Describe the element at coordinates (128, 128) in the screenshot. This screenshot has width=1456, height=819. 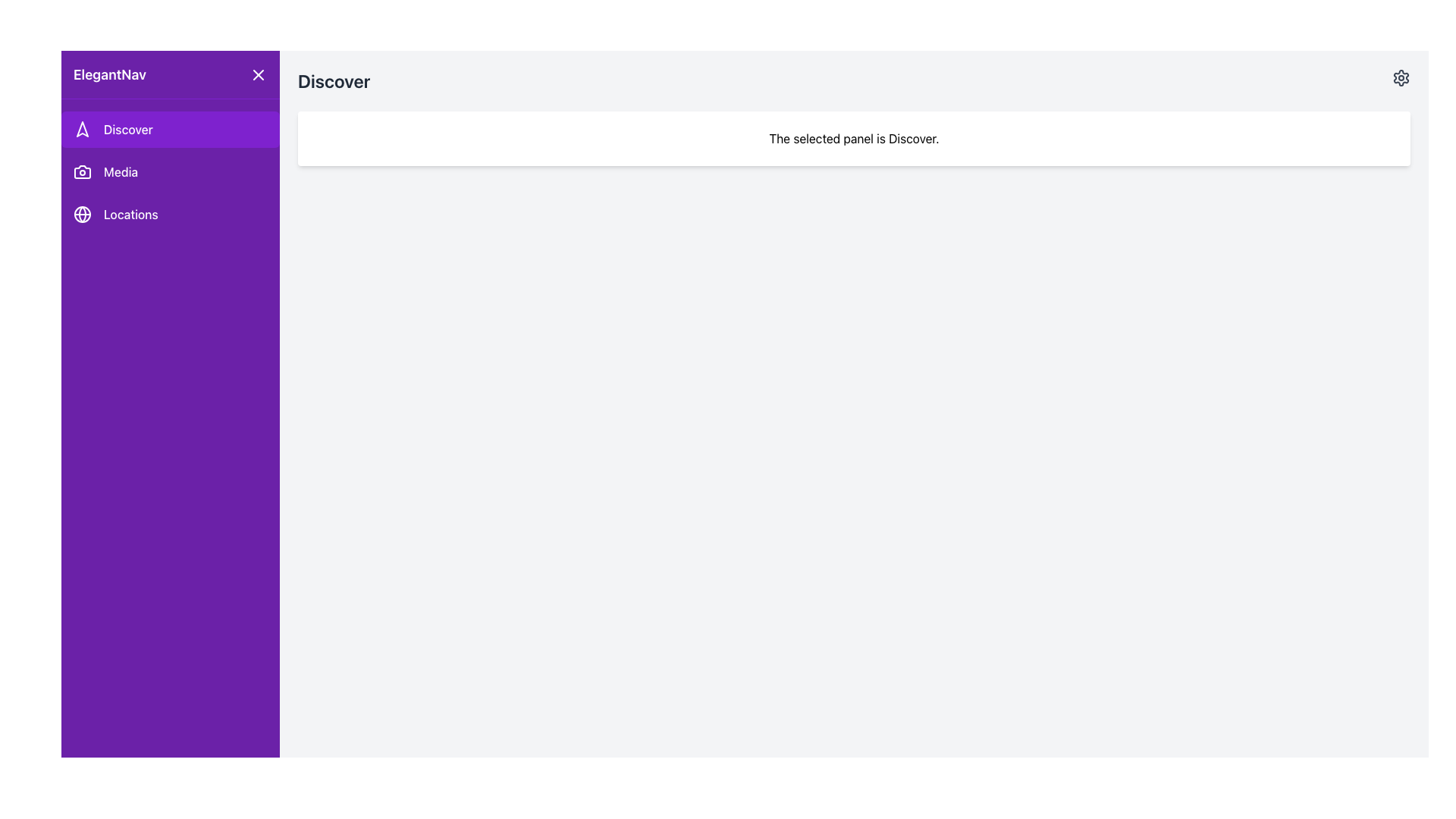
I see `the 'Discover' navigation label in the vertical menu on the left side of the user interface` at that location.